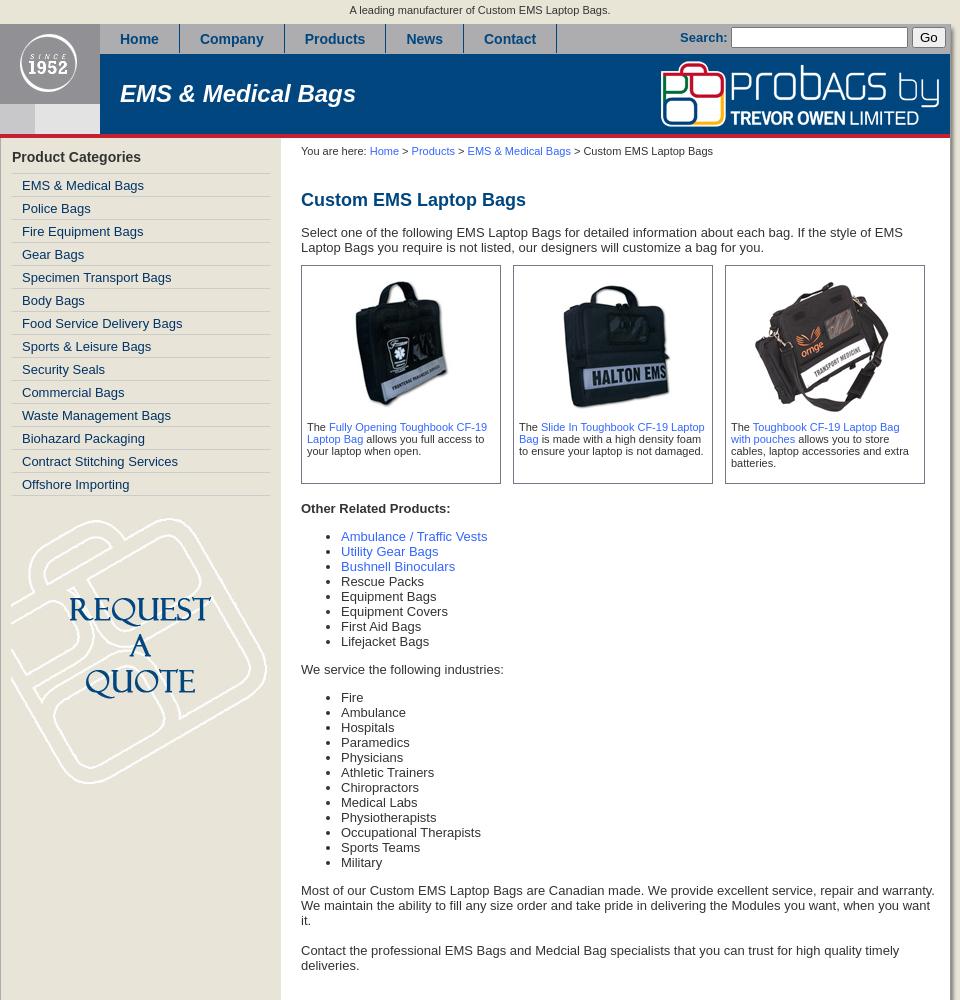 The width and height of the screenshot is (960, 1000). I want to click on 'Specimen Transport Bags', so click(96, 277).